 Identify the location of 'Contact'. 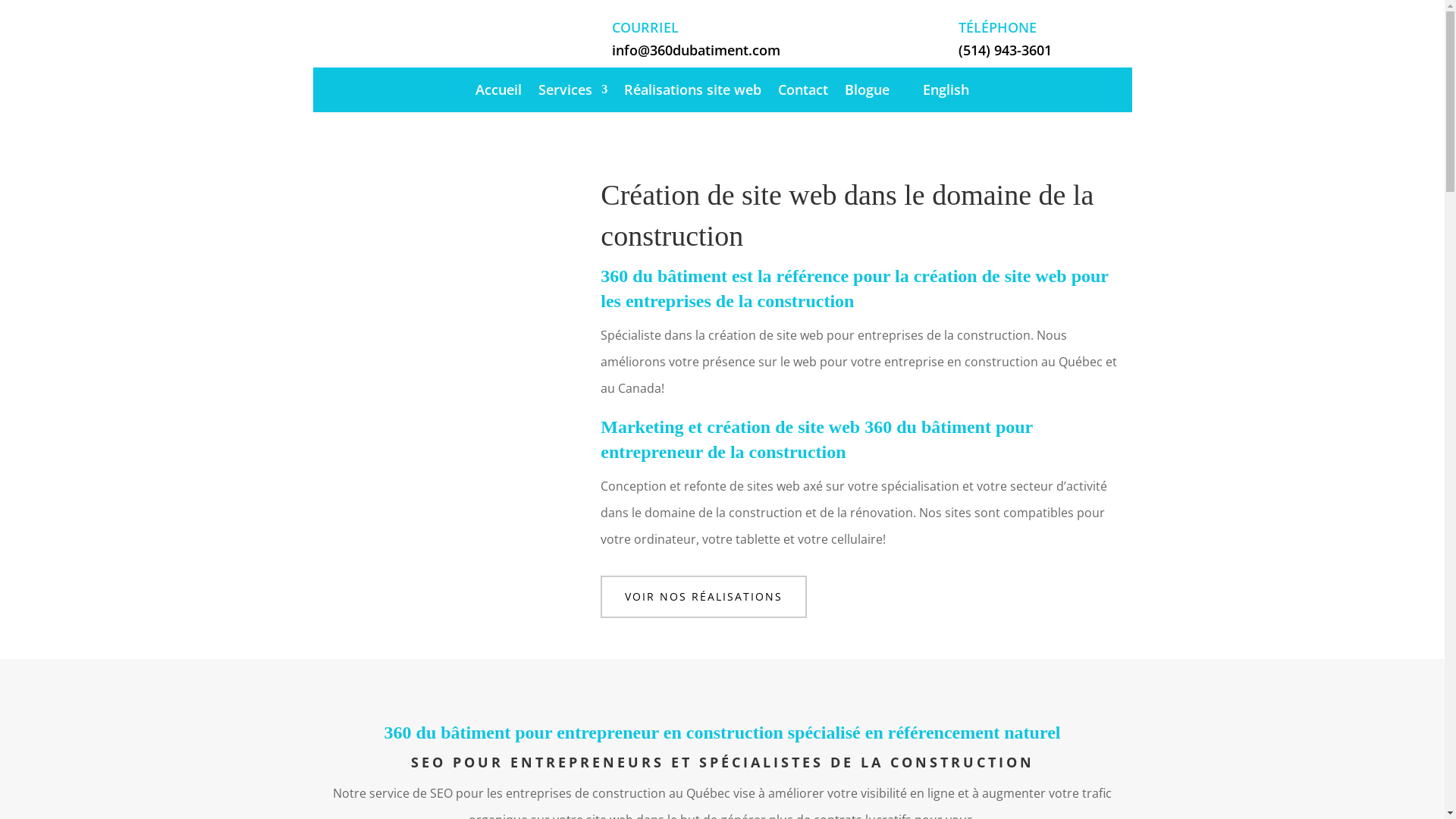
(802, 93).